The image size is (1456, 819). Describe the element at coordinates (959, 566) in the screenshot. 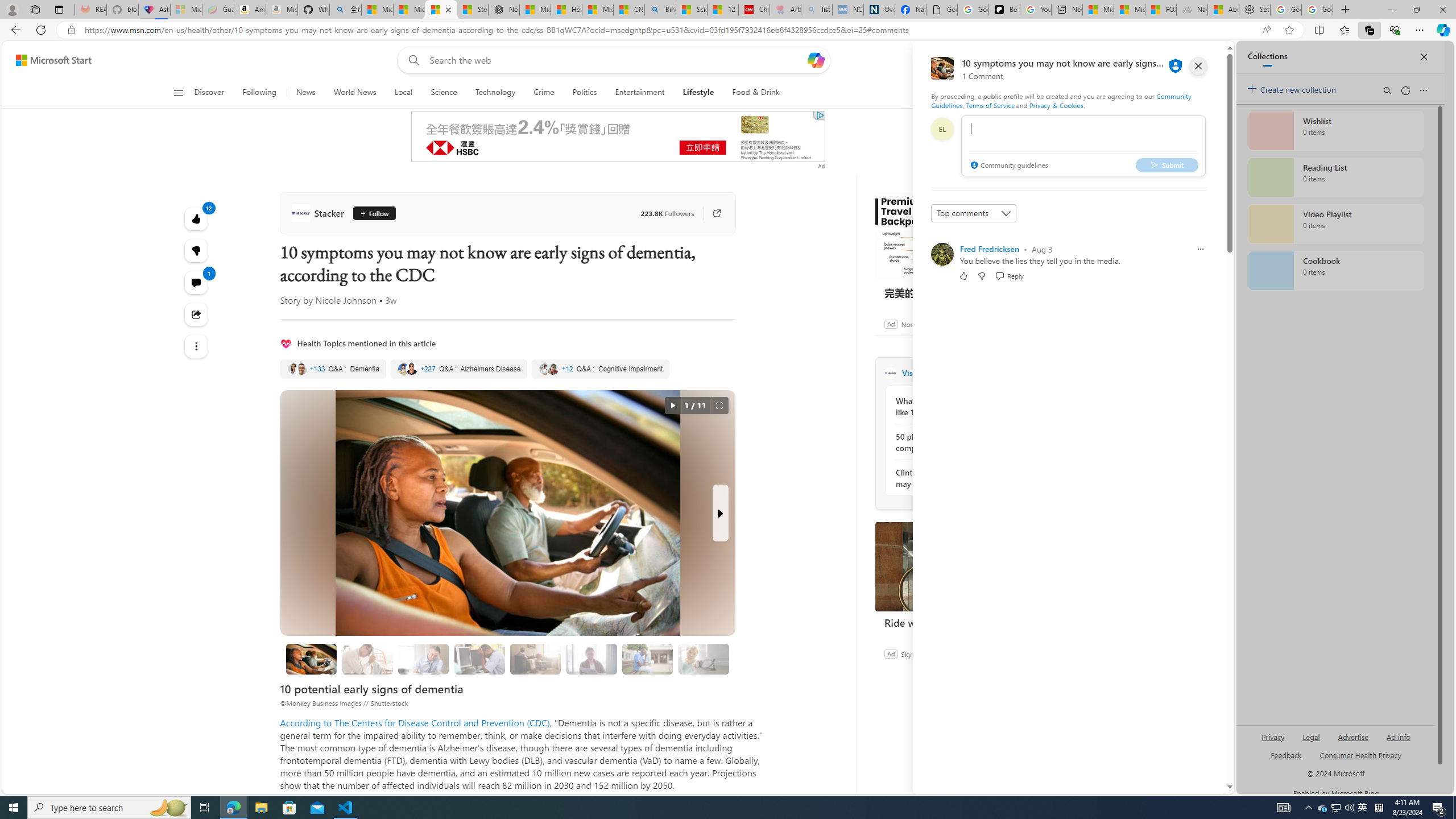

I see `'Ride with Experts'` at that location.